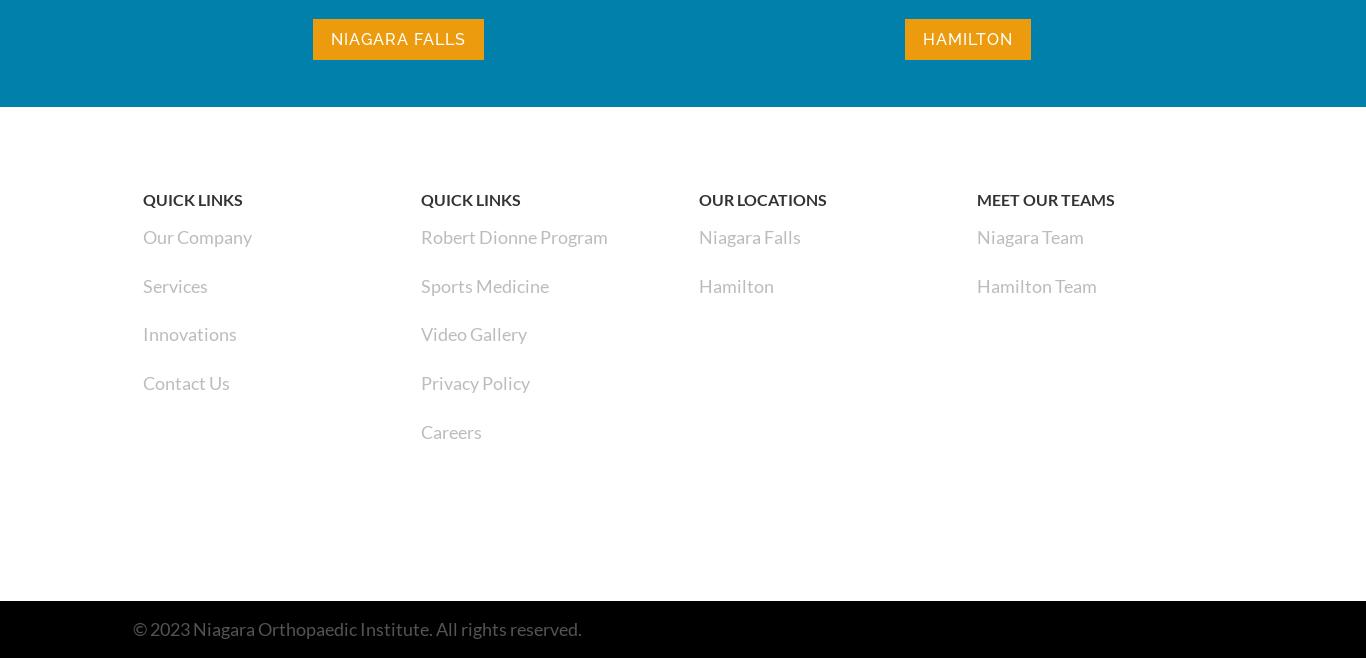 This screenshot has height=658, width=1366. What do you see at coordinates (420, 383) in the screenshot?
I see `'Privacy Policy'` at bounding box center [420, 383].